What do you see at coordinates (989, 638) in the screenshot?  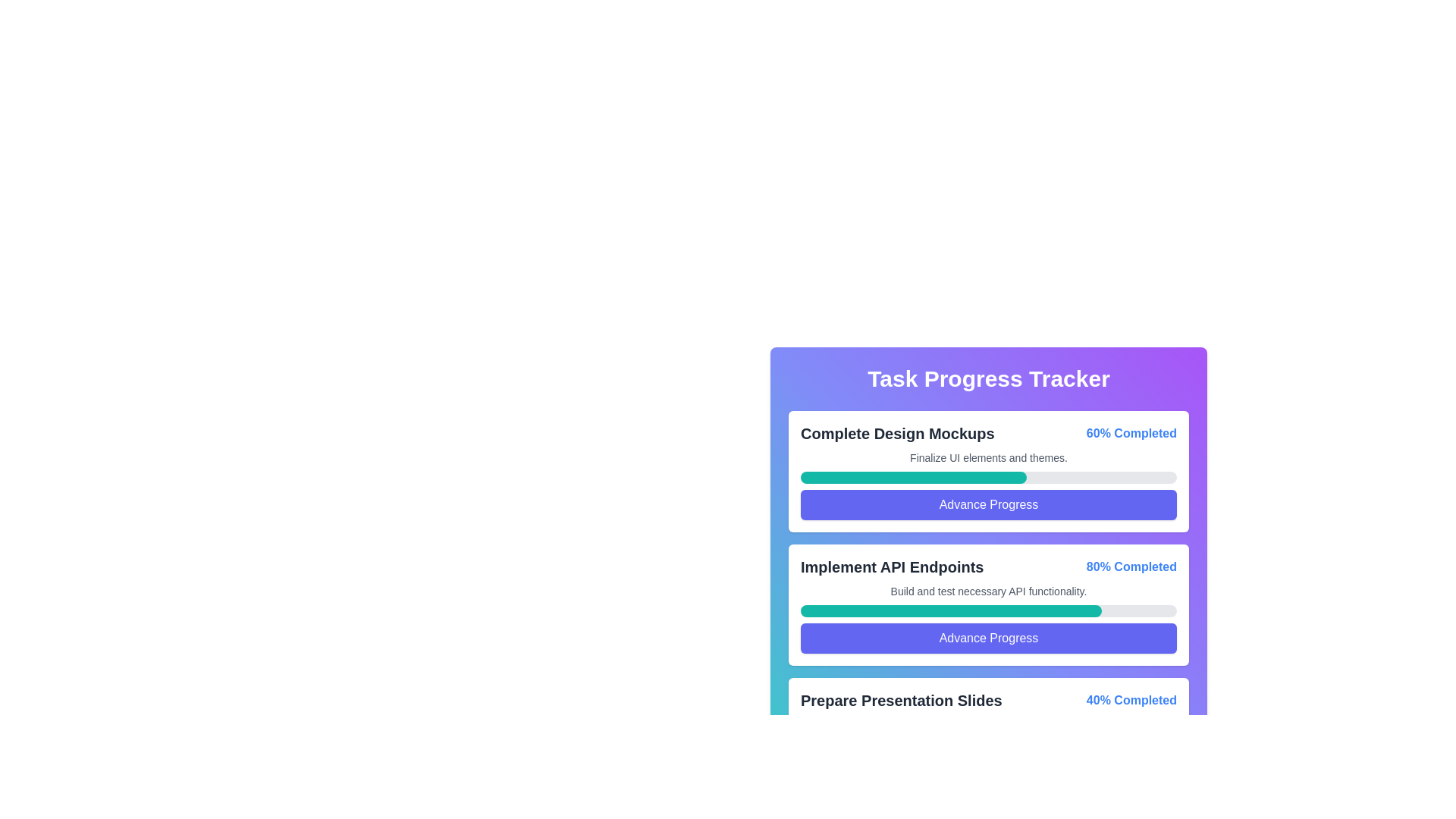 I see `the 'Advance Progress' button with a purple background and white text located at the bottom of the task card for 'Implement API Endpoints' to advance the progress` at bounding box center [989, 638].